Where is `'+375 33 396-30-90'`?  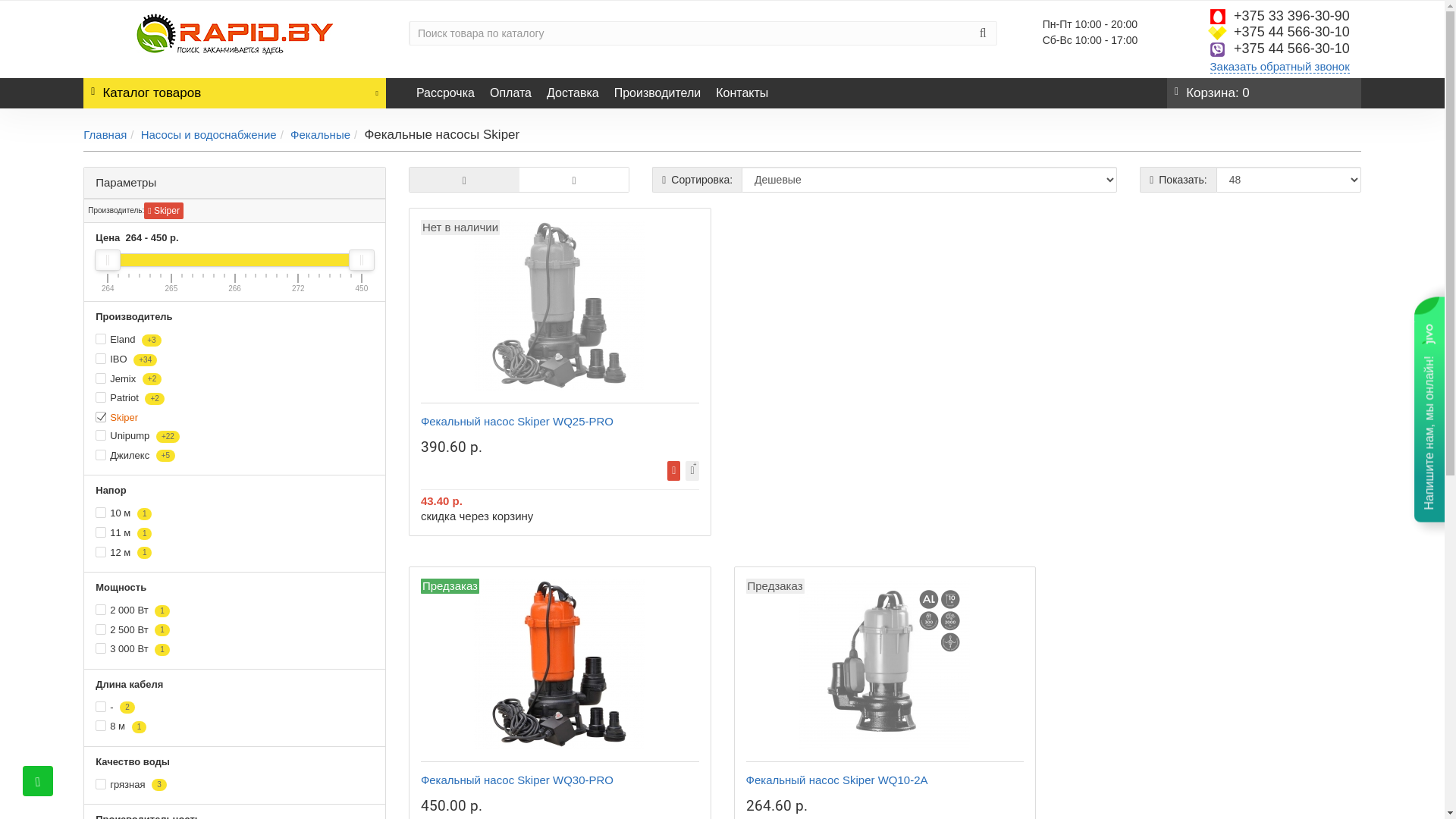 '+375 33 396-30-90' is located at coordinates (1291, 15).